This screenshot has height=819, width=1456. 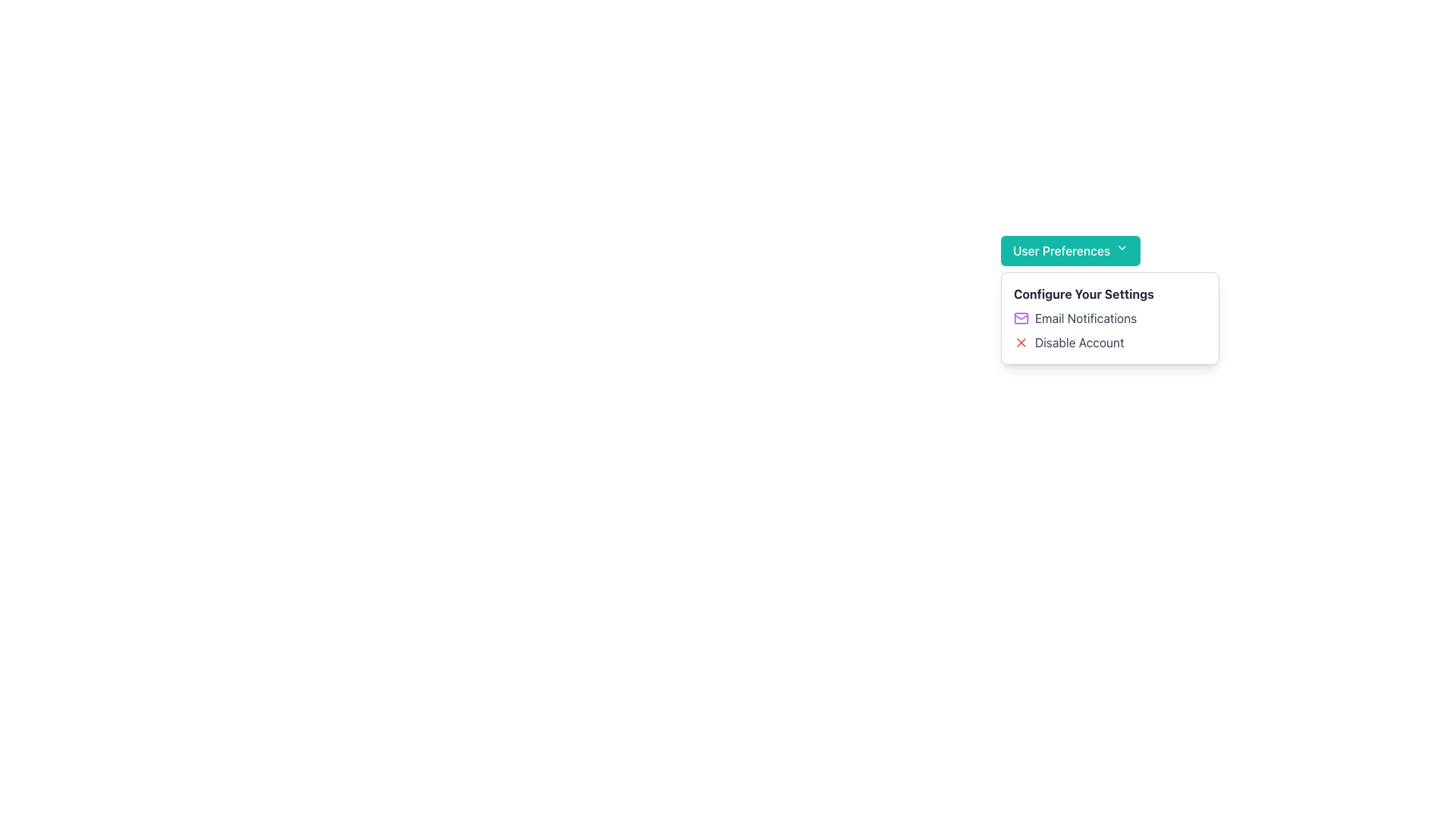 I want to click on the red 'X' icon located to the left of the 'Disable Account' text within the 'Configure Your Settings' grouping, so click(x=1021, y=342).